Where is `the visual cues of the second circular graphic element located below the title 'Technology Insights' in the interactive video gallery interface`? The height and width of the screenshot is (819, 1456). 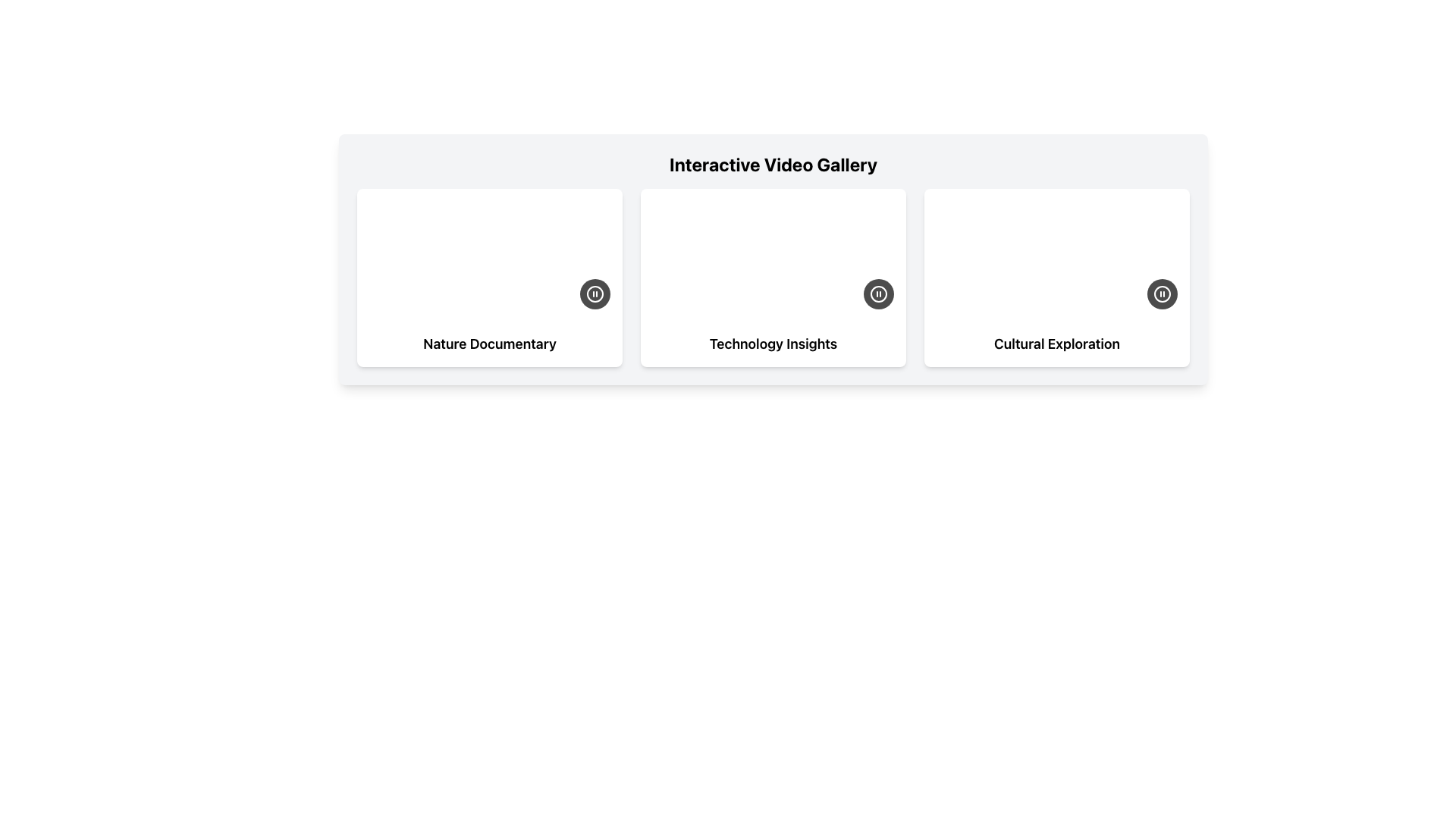
the visual cues of the second circular graphic element located below the title 'Technology Insights' in the interactive video gallery interface is located at coordinates (878, 294).